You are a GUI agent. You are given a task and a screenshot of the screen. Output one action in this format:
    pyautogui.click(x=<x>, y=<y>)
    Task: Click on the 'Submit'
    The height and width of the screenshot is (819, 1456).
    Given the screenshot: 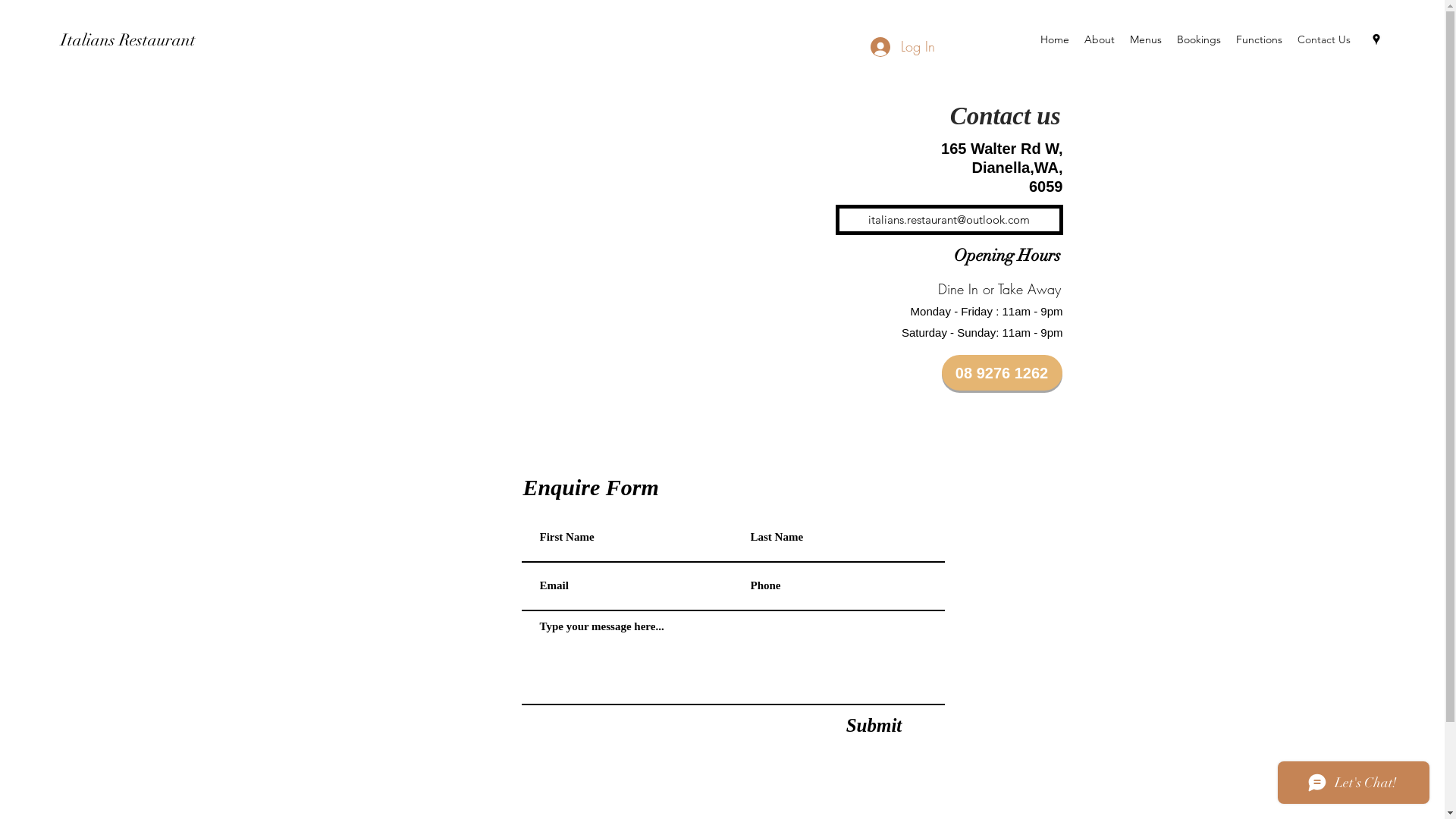 What is the action you would take?
    pyautogui.click(x=874, y=724)
    